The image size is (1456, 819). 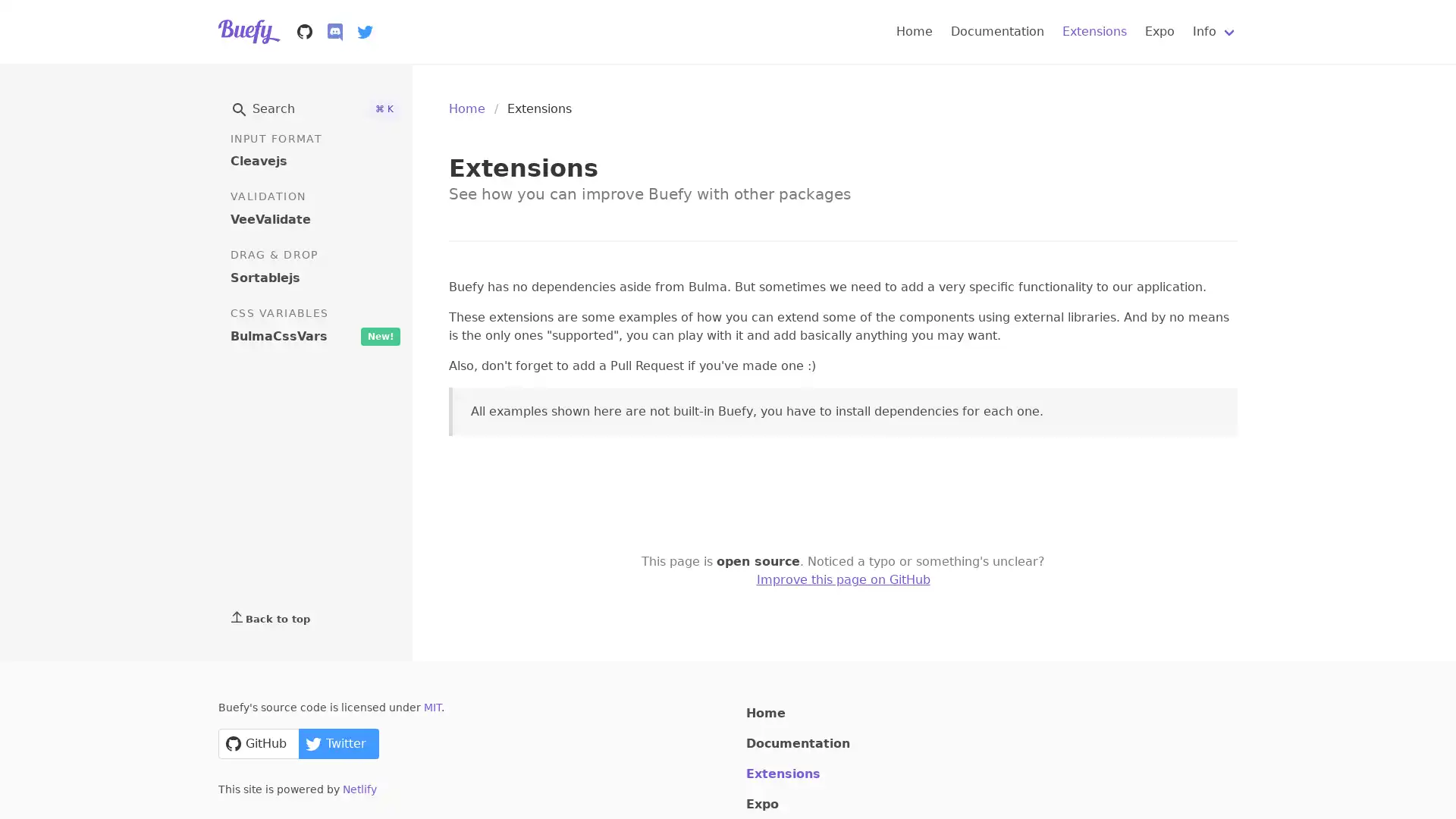 What do you see at coordinates (315, 617) in the screenshot?
I see `Back to top` at bounding box center [315, 617].